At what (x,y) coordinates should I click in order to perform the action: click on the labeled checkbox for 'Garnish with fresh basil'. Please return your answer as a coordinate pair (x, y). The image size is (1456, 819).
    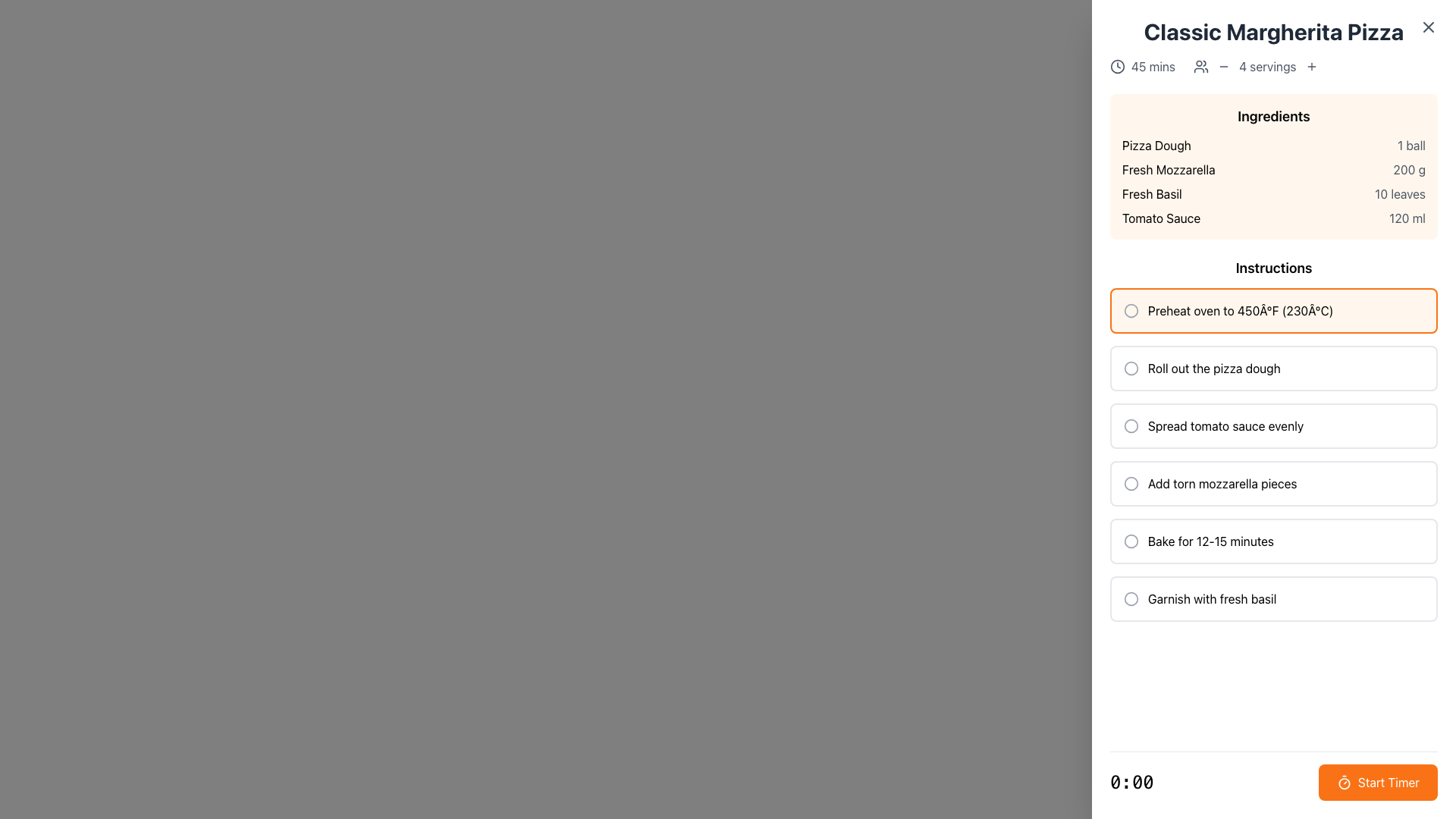
    Looking at the image, I should click on (1274, 598).